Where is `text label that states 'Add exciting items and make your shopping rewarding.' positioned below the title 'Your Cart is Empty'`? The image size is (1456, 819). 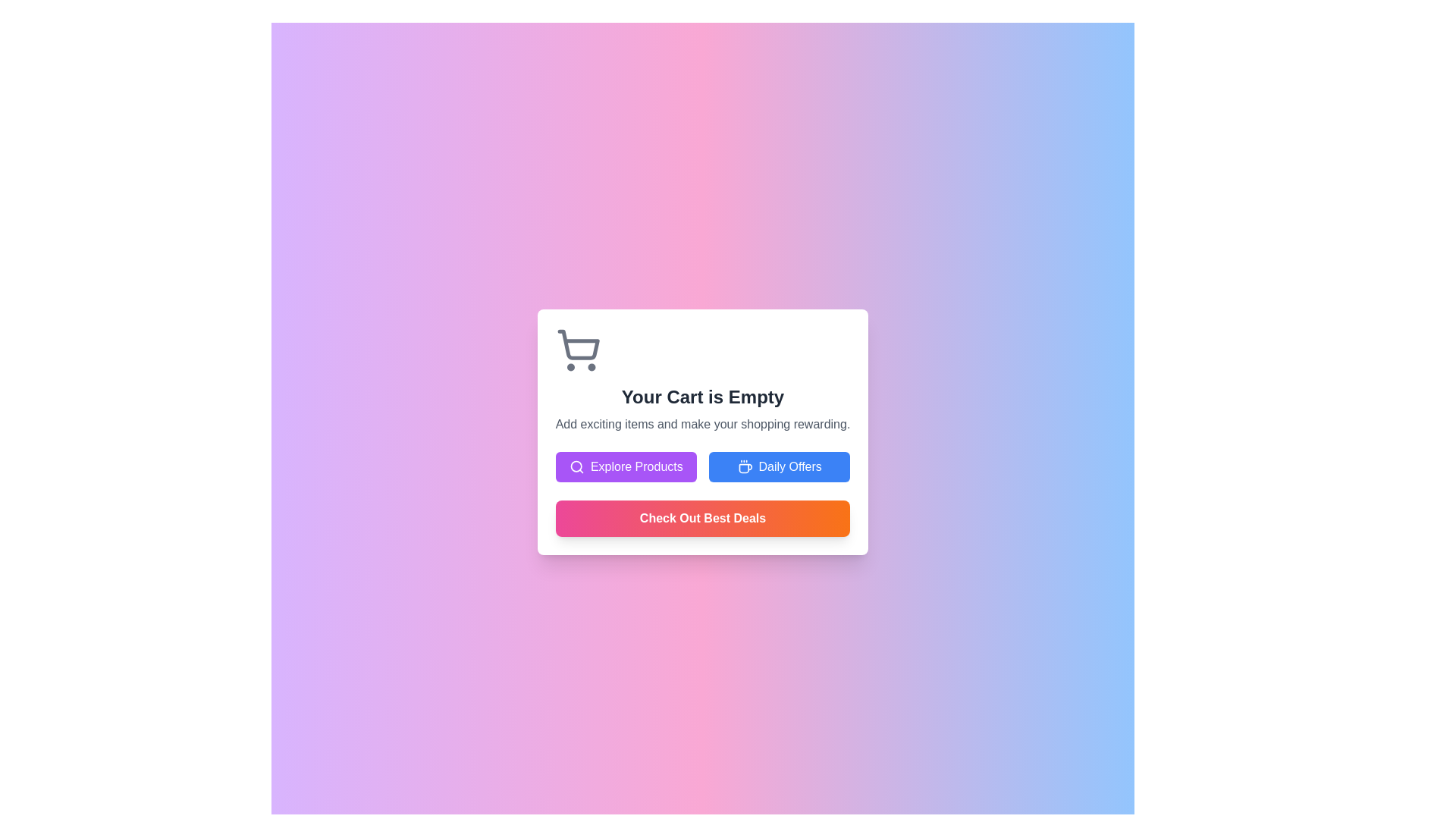 text label that states 'Add exciting items and make your shopping rewarding.' positioned below the title 'Your Cart is Empty' is located at coordinates (701, 424).